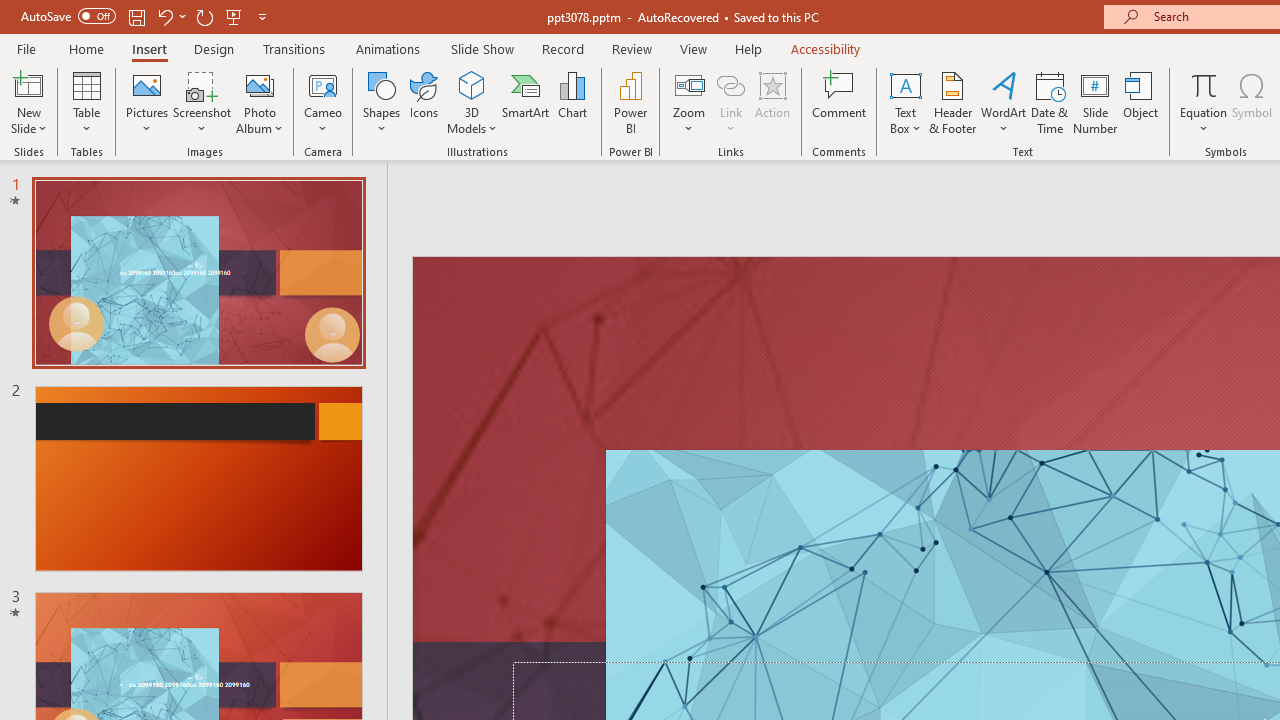 The height and width of the screenshot is (720, 1280). Describe the element at coordinates (630, 48) in the screenshot. I see `'Review'` at that location.